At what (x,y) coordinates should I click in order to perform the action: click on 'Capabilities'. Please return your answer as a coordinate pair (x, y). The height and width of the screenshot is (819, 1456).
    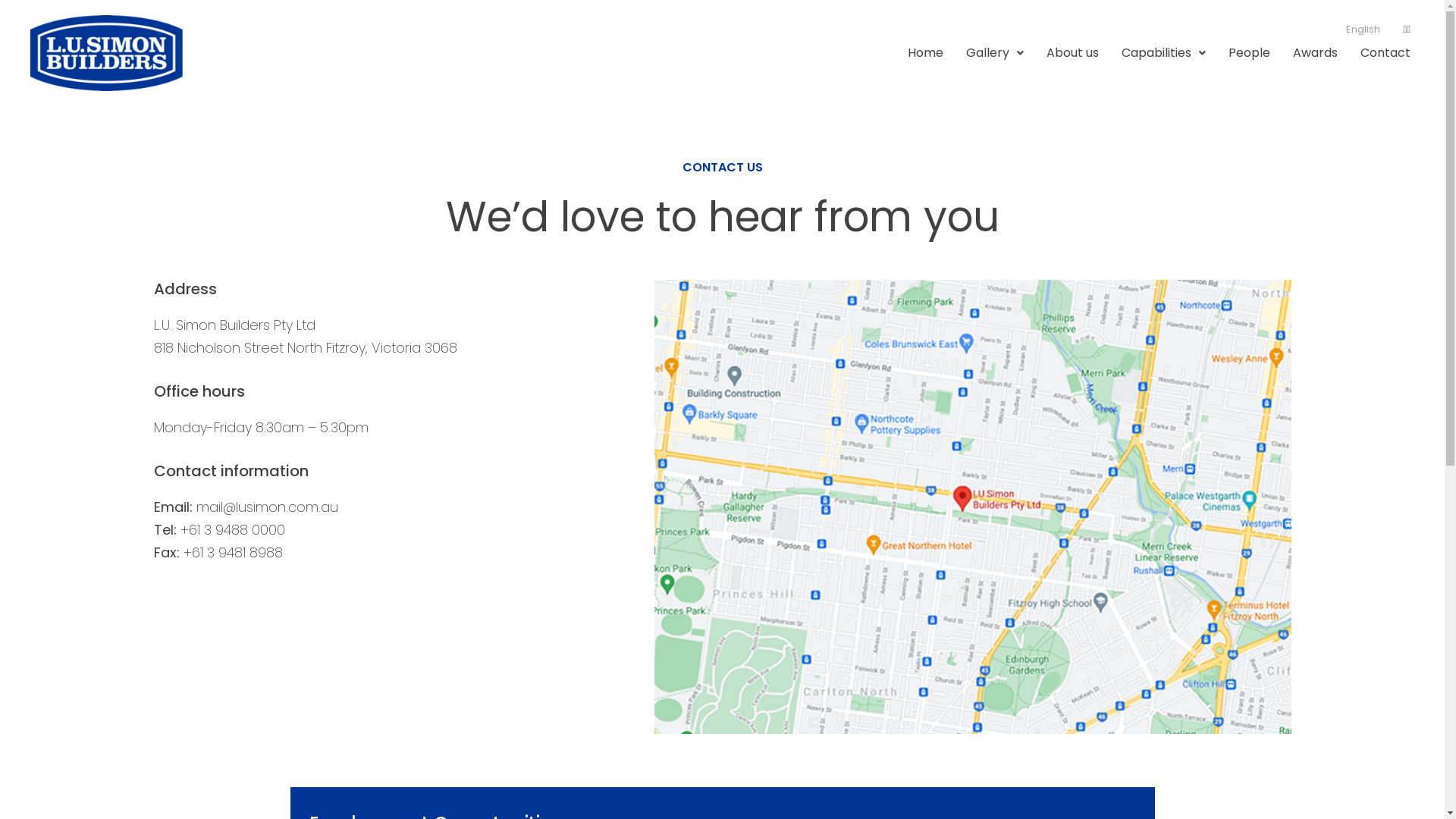
    Looking at the image, I should click on (1163, 52).